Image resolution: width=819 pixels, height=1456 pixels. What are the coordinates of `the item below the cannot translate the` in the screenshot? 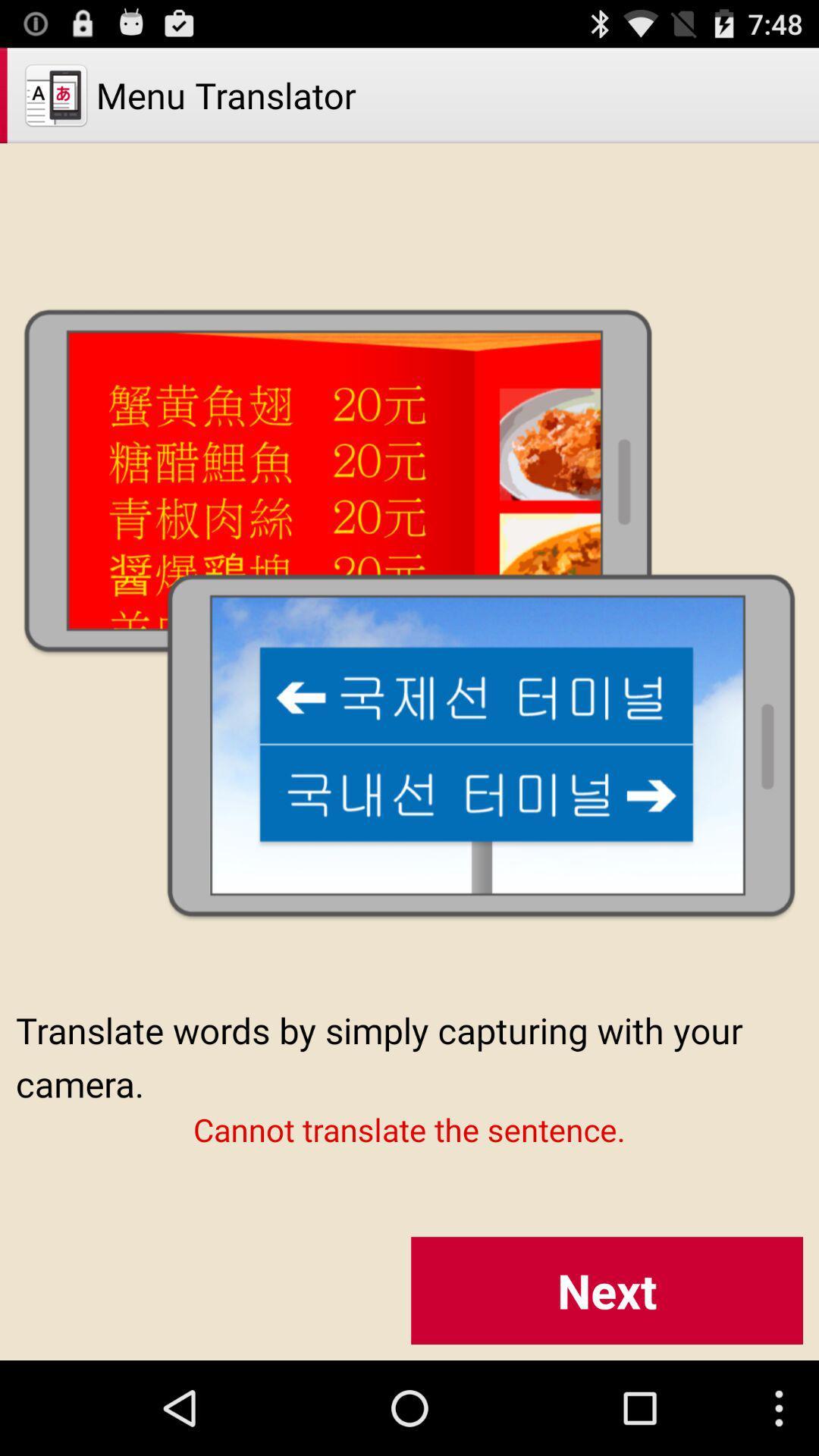 It's located at (606, 1290).